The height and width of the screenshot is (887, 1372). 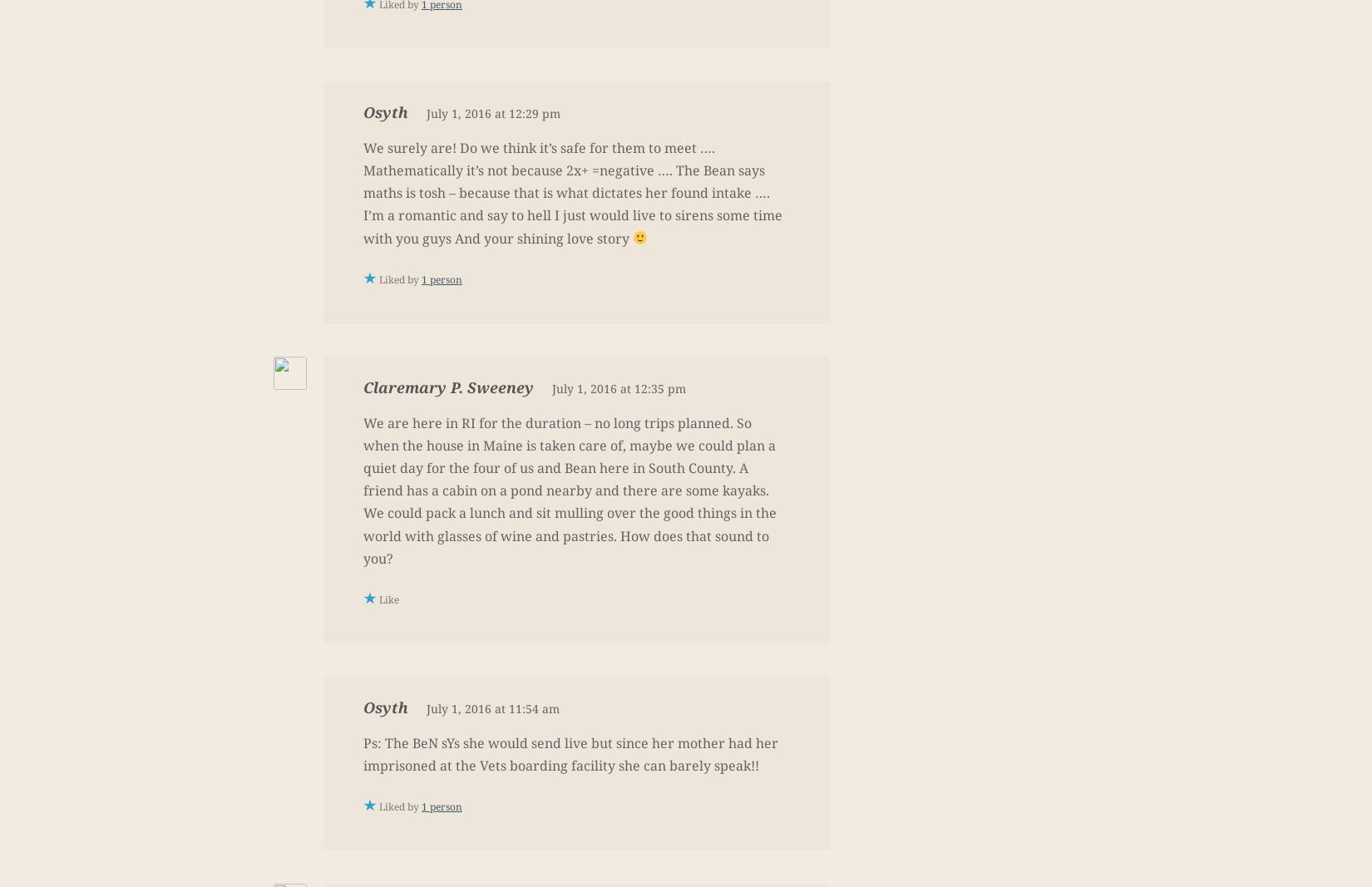 I want to click on 'We surely are!  Do we think it’s safe for them to meet …. Mathematically it’s not because 2x+ =negative …. The Bean says maths is tosh – because that is what dictates her found intake …. I’m a romantic and say to hell I just would live to sirens some time with you guys And your shining love story', so click(x=572, y=192).